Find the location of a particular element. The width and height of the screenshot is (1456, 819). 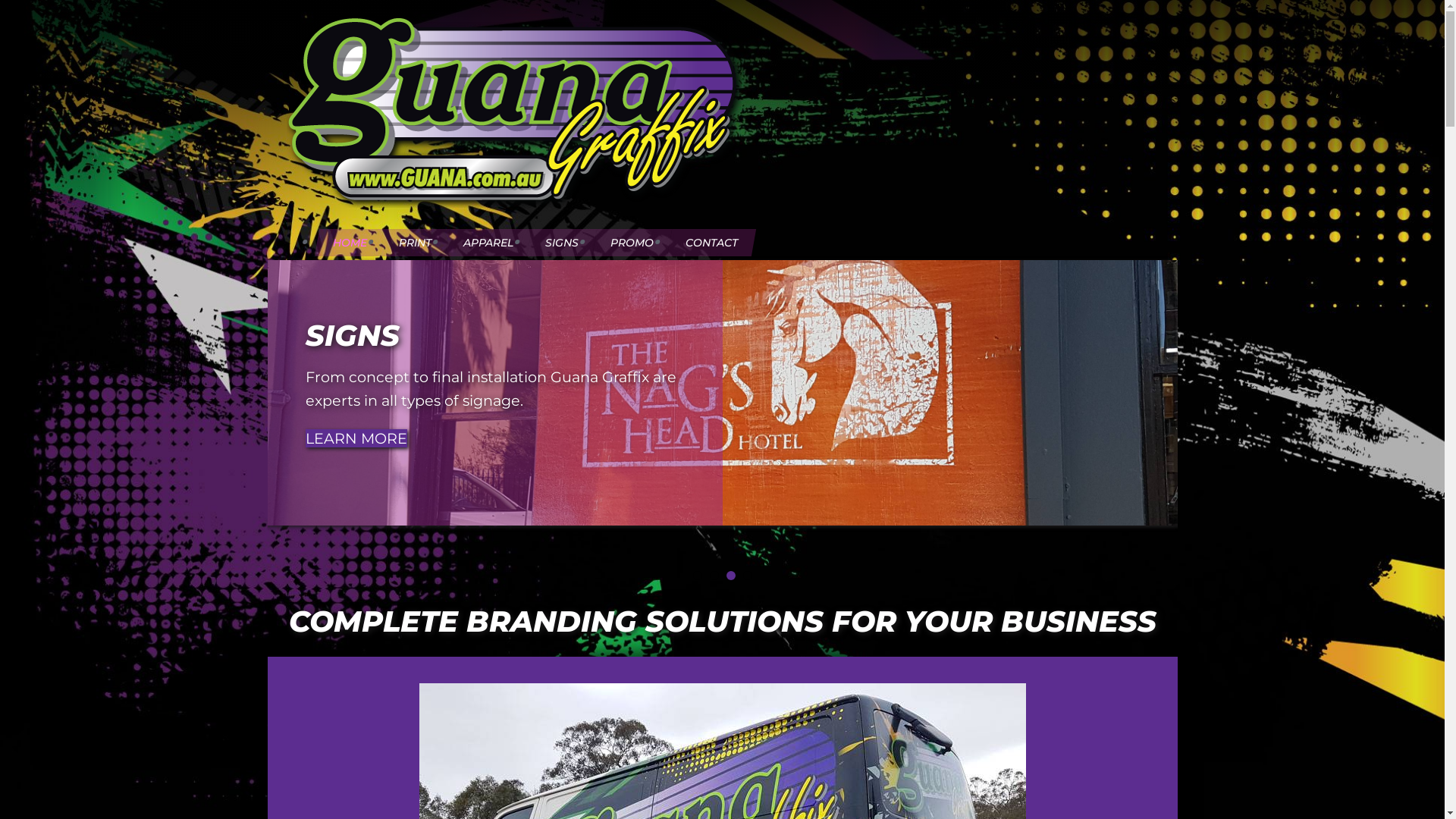

'2' is located at coordinates (713, 576).